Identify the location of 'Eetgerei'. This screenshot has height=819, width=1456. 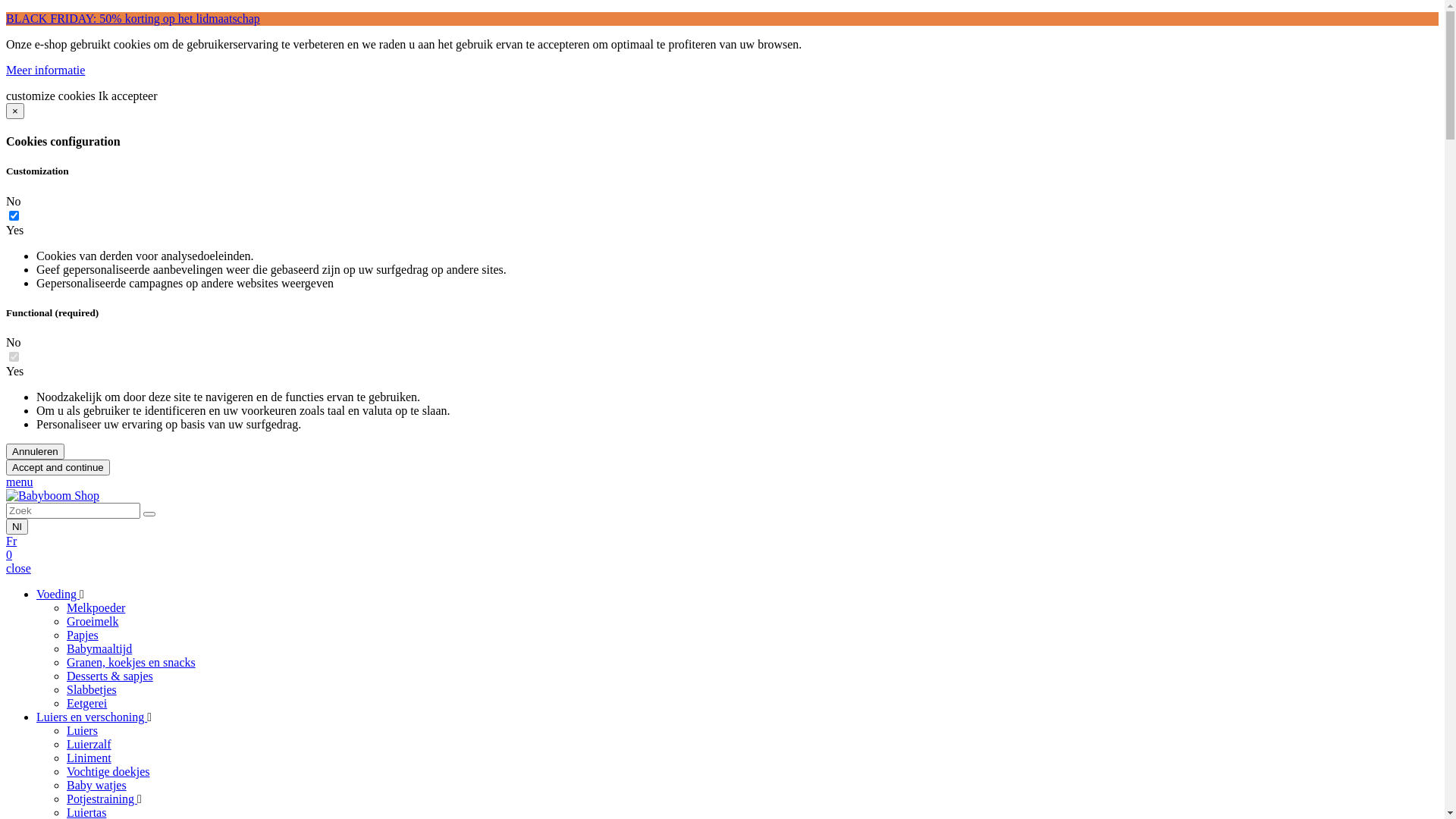
(86, 703).